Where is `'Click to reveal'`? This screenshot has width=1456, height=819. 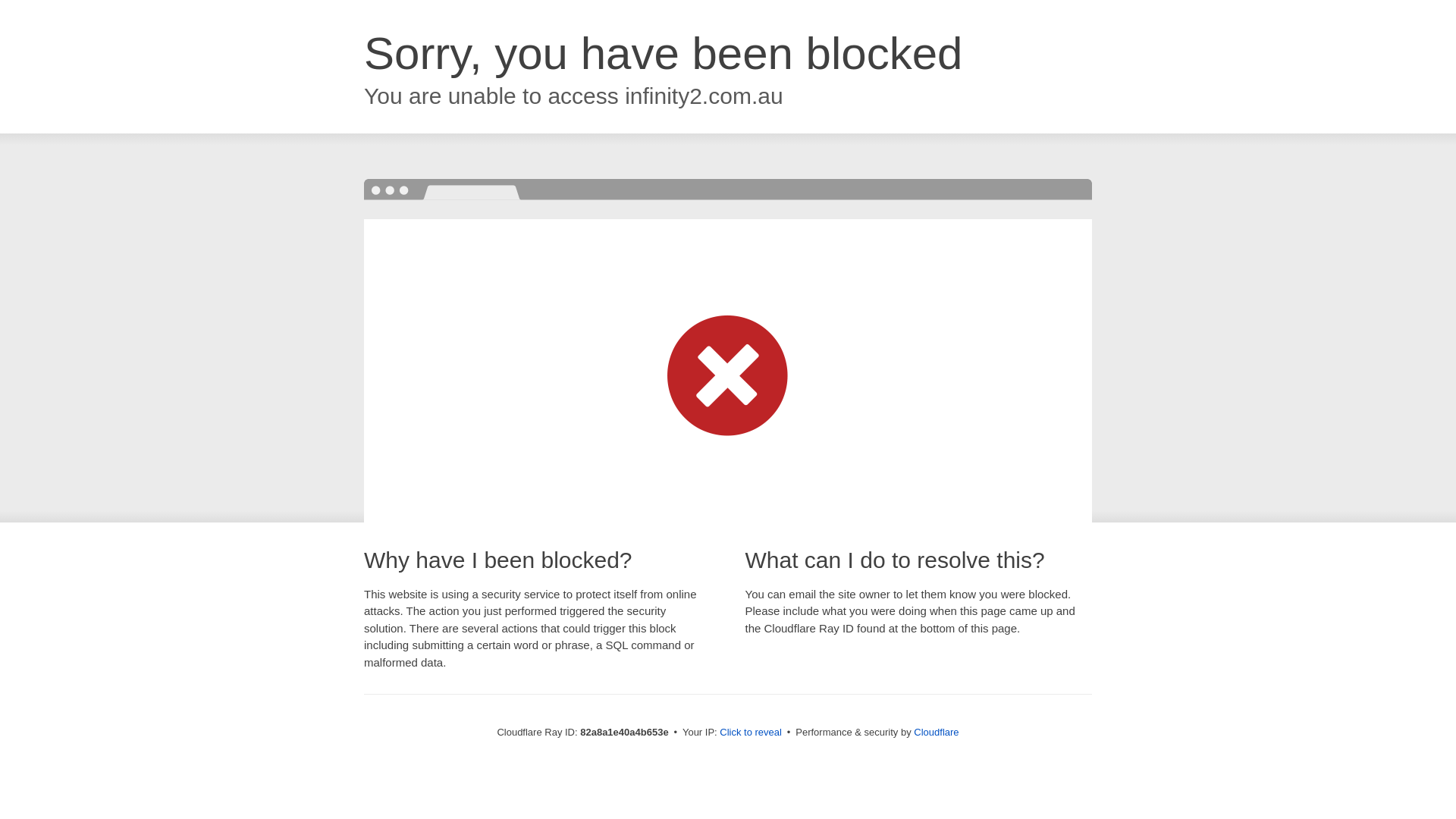
'Click to reveal' is located at coordinates (750, 731).